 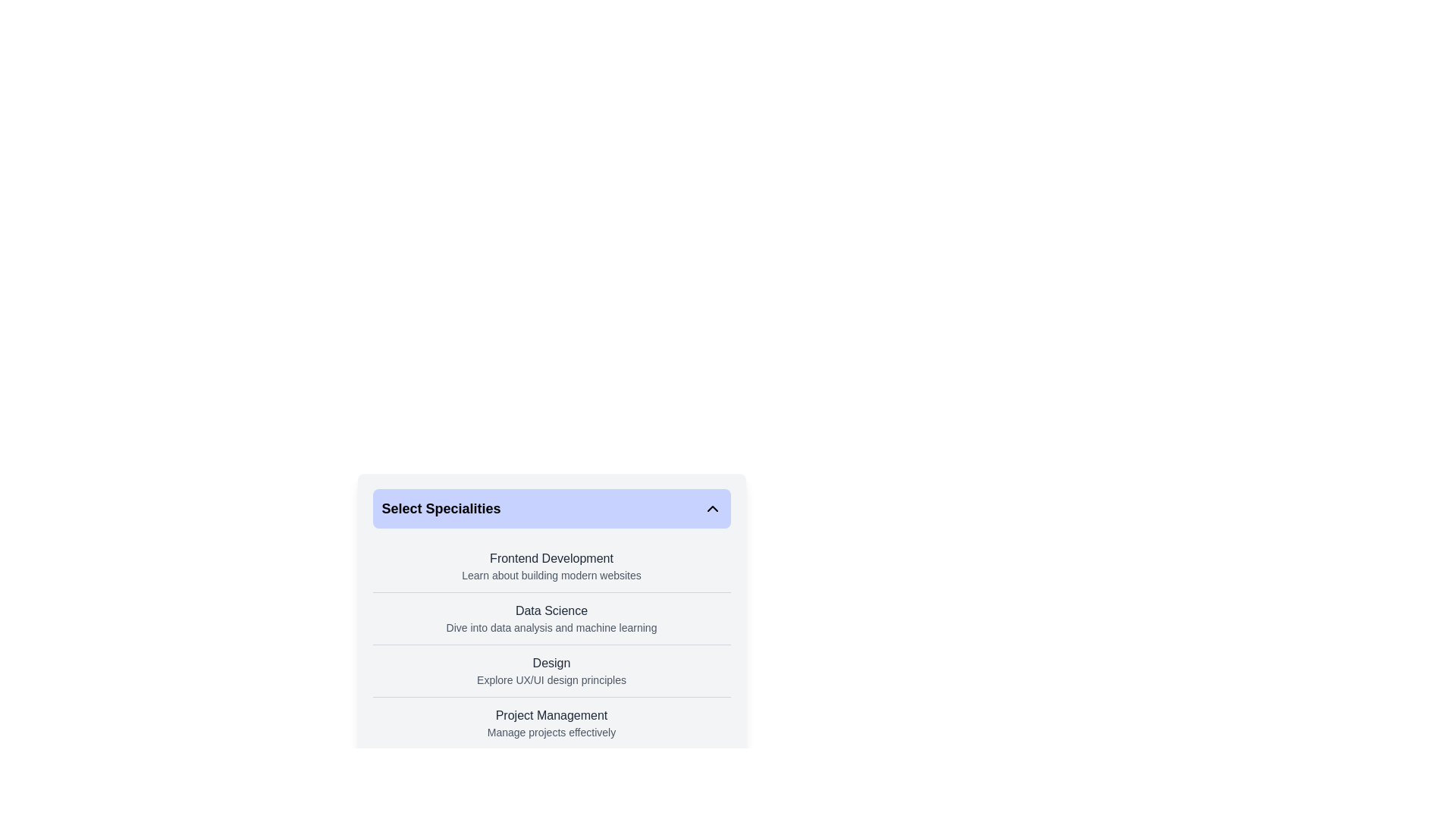 What do you see at coordinates (711, 509) in the screenshot?
I see `the downward-pointing chevron icon located on the right side of the 'Select Specialities' bar` at bounding box center [711, 509].